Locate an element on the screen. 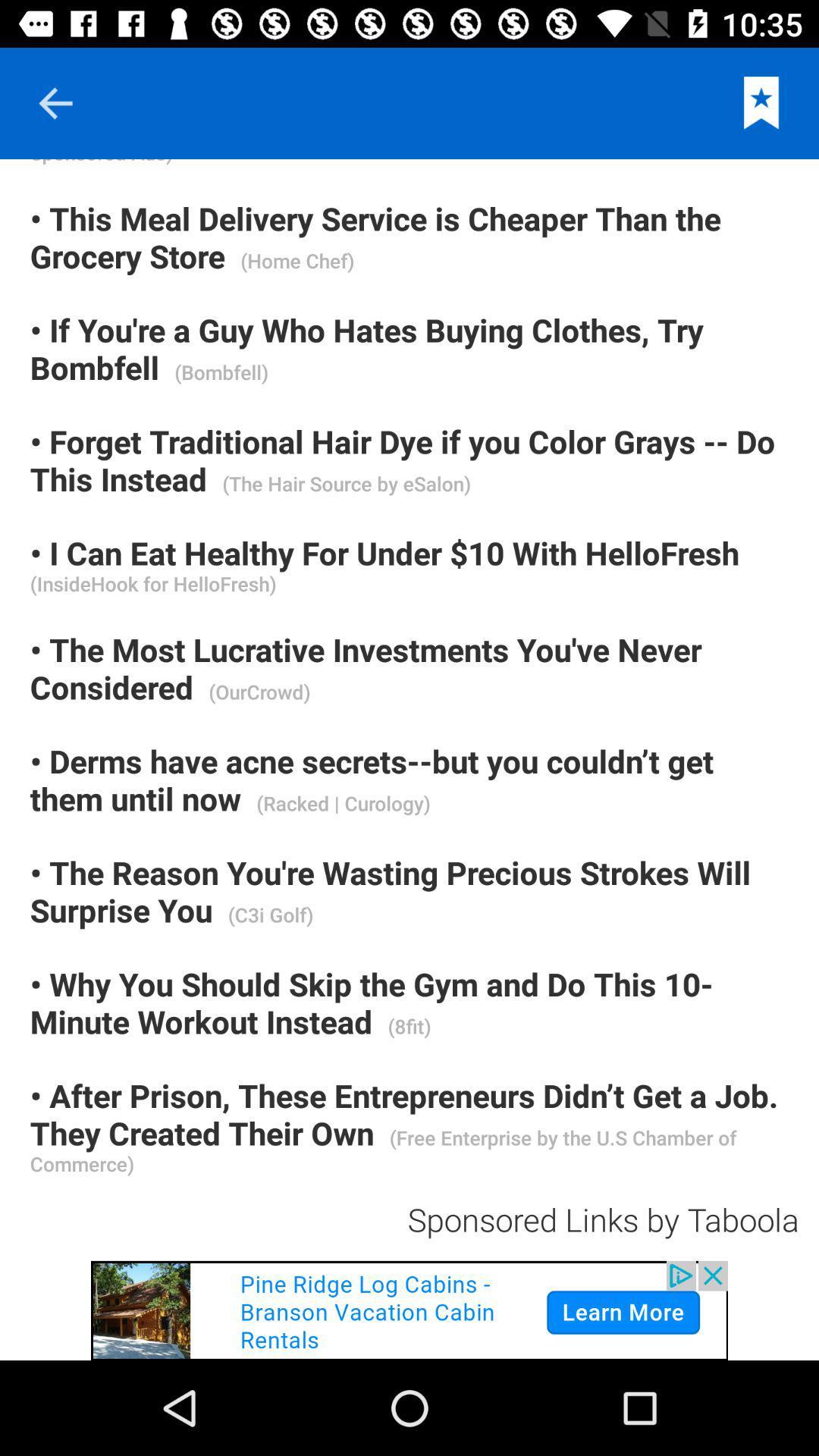  the bookmark icon is located at coordinates (761, 102).